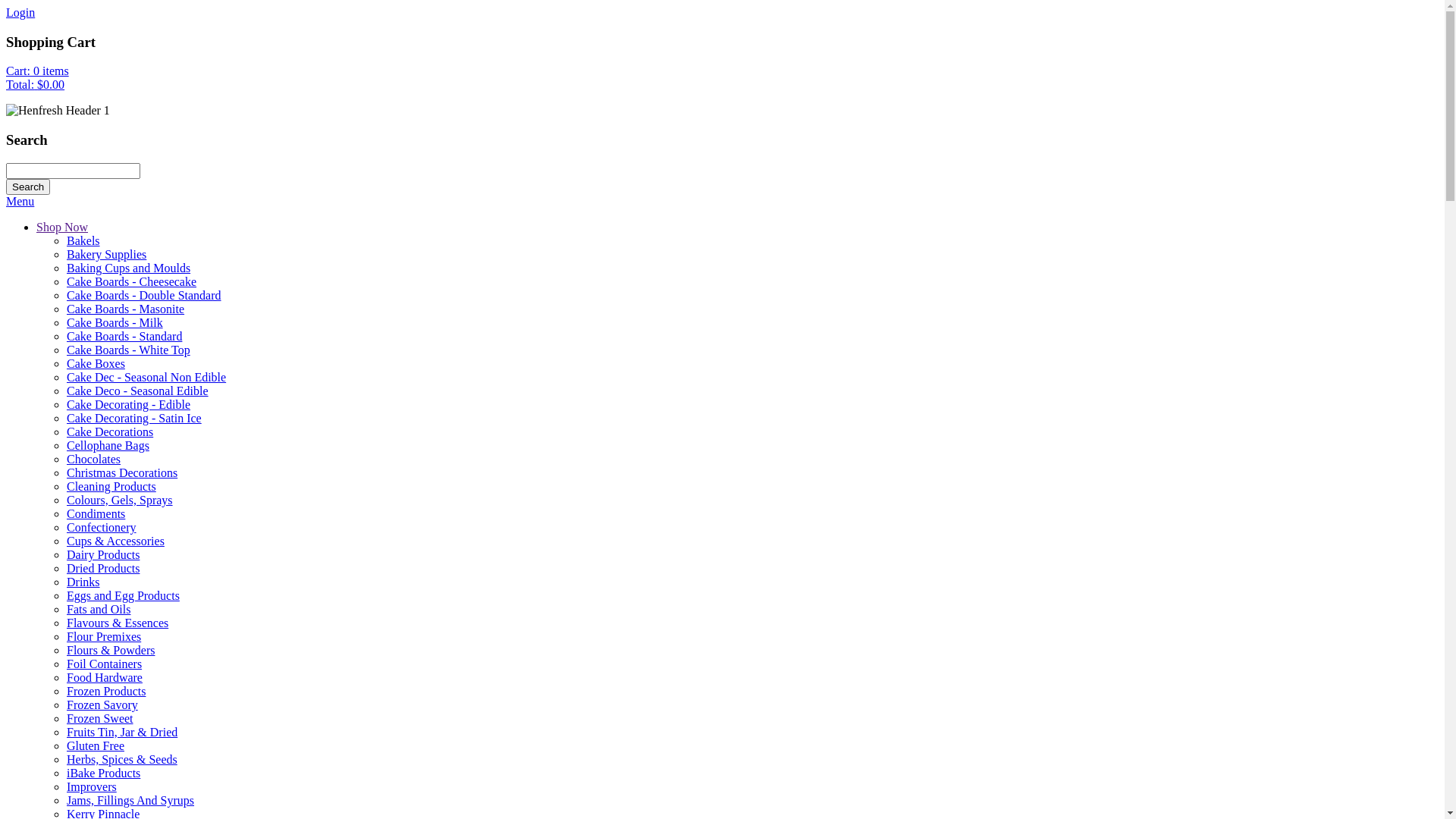 This screenshot has width=1456, height=819. What do you see at coordinates (102, 554) in the screenshot?
I see `'Dairy Products'` at bounding box center [102, 554].